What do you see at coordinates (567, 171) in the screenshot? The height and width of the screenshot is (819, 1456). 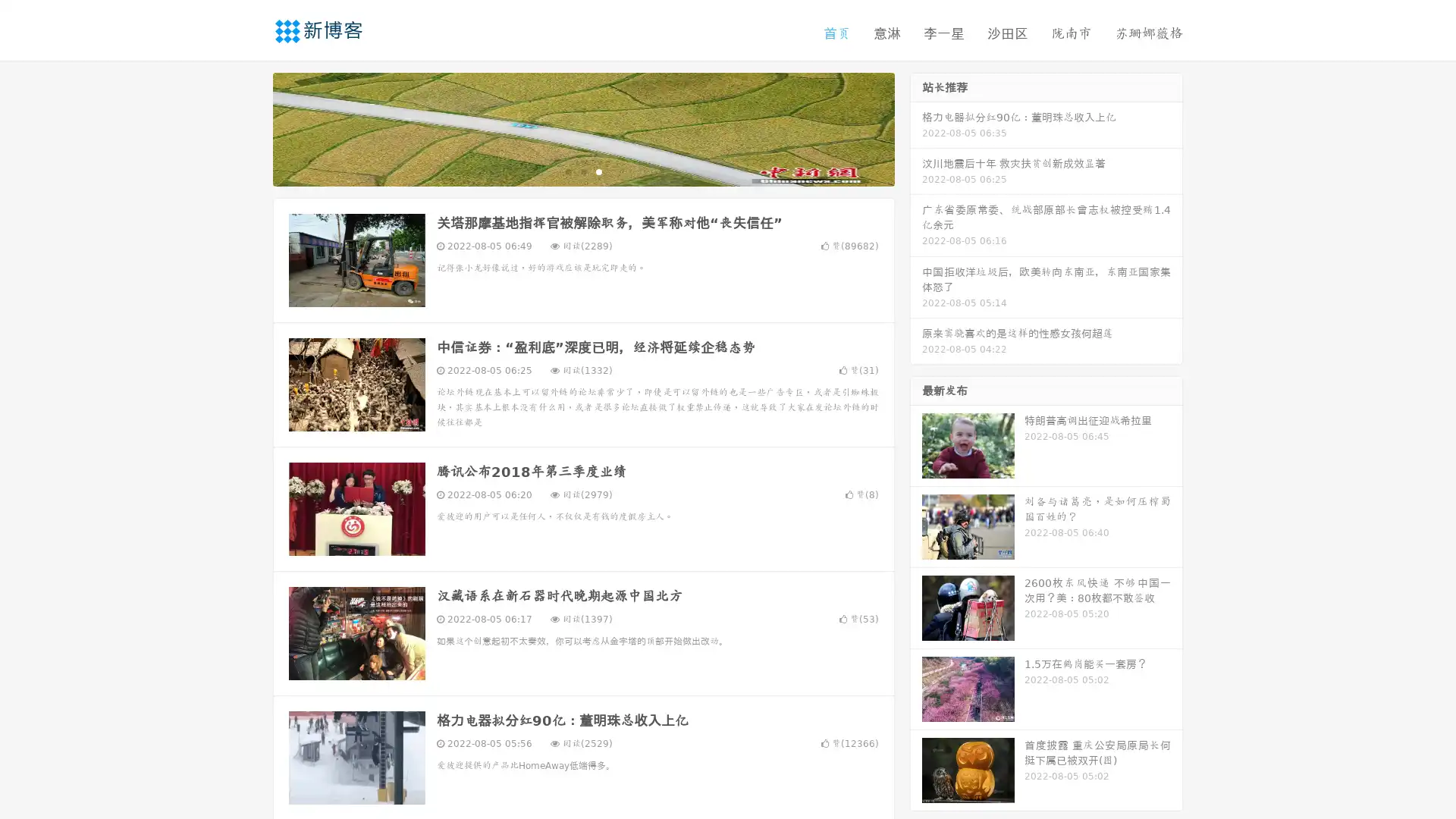 I see `Go to slide 1` at bounding box center [567, 171].